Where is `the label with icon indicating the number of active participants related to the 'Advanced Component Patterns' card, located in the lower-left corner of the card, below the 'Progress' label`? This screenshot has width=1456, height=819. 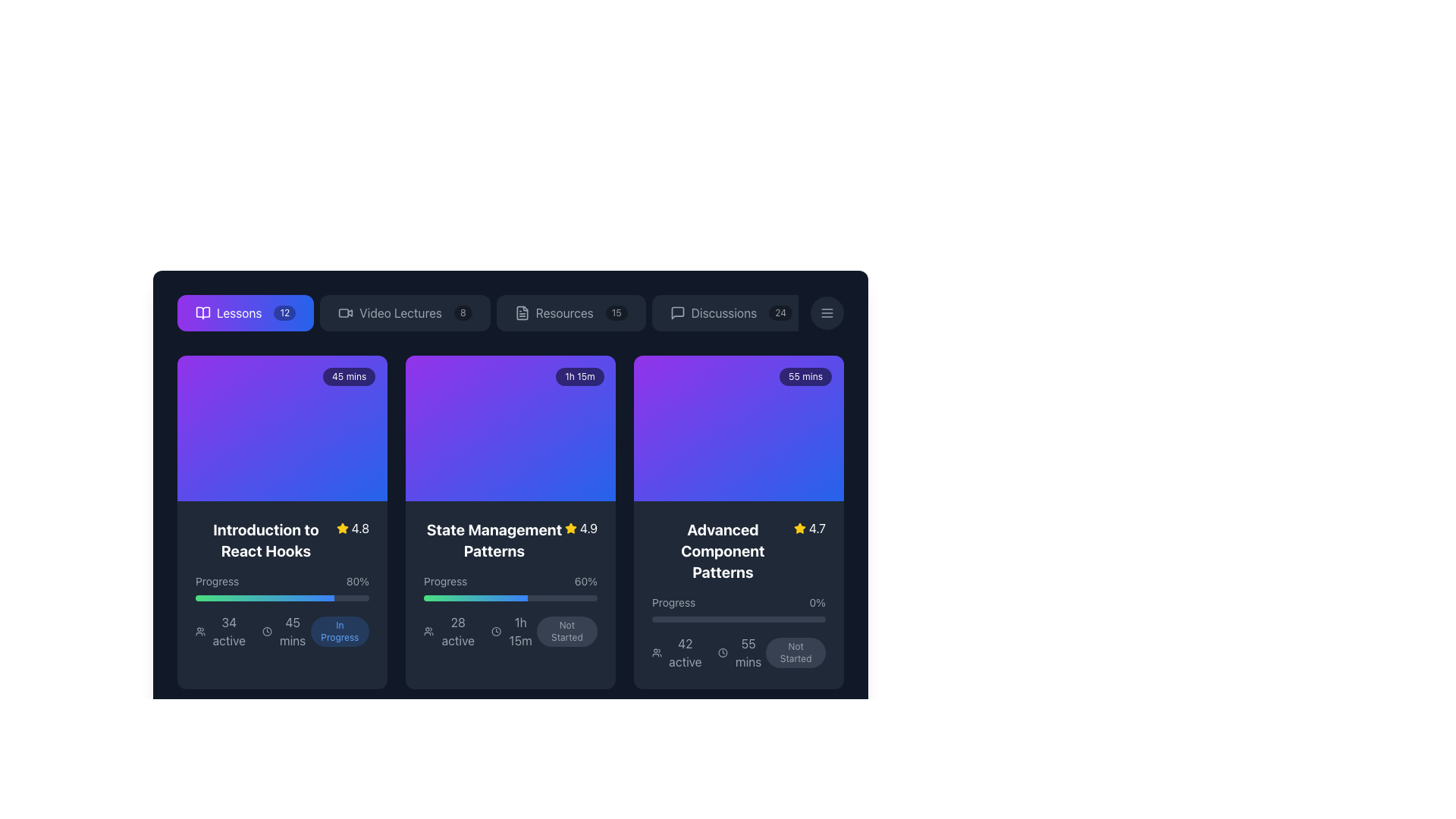
the label with icon indicating the number of active participants related to the 'Advanced Component Patterns' card, located in the lower-left corner of the card, below the 'Progress' label is located at coordinates (678, 651).